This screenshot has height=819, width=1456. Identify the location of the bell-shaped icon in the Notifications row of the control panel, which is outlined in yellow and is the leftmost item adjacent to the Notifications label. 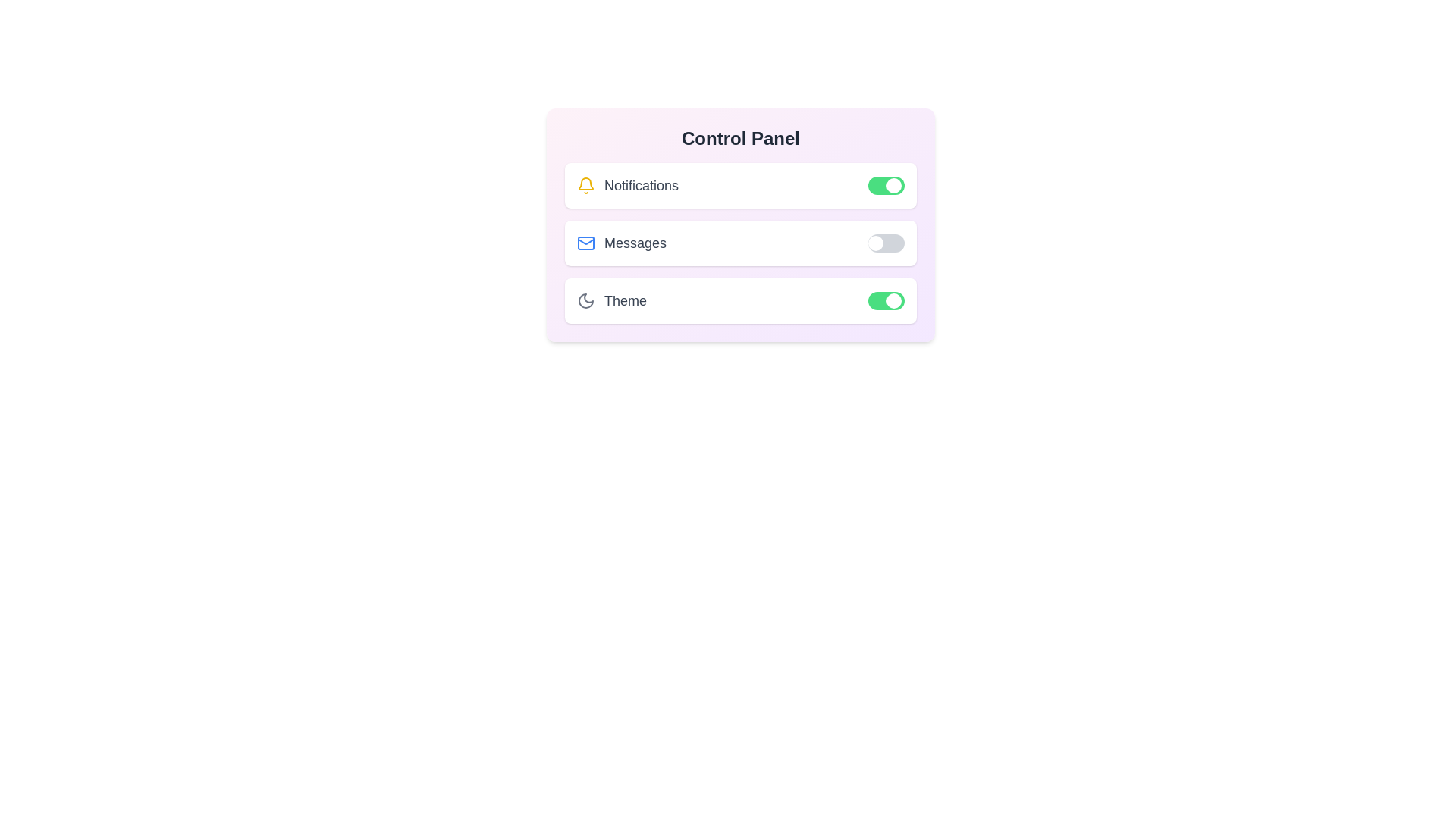
(585, 183).